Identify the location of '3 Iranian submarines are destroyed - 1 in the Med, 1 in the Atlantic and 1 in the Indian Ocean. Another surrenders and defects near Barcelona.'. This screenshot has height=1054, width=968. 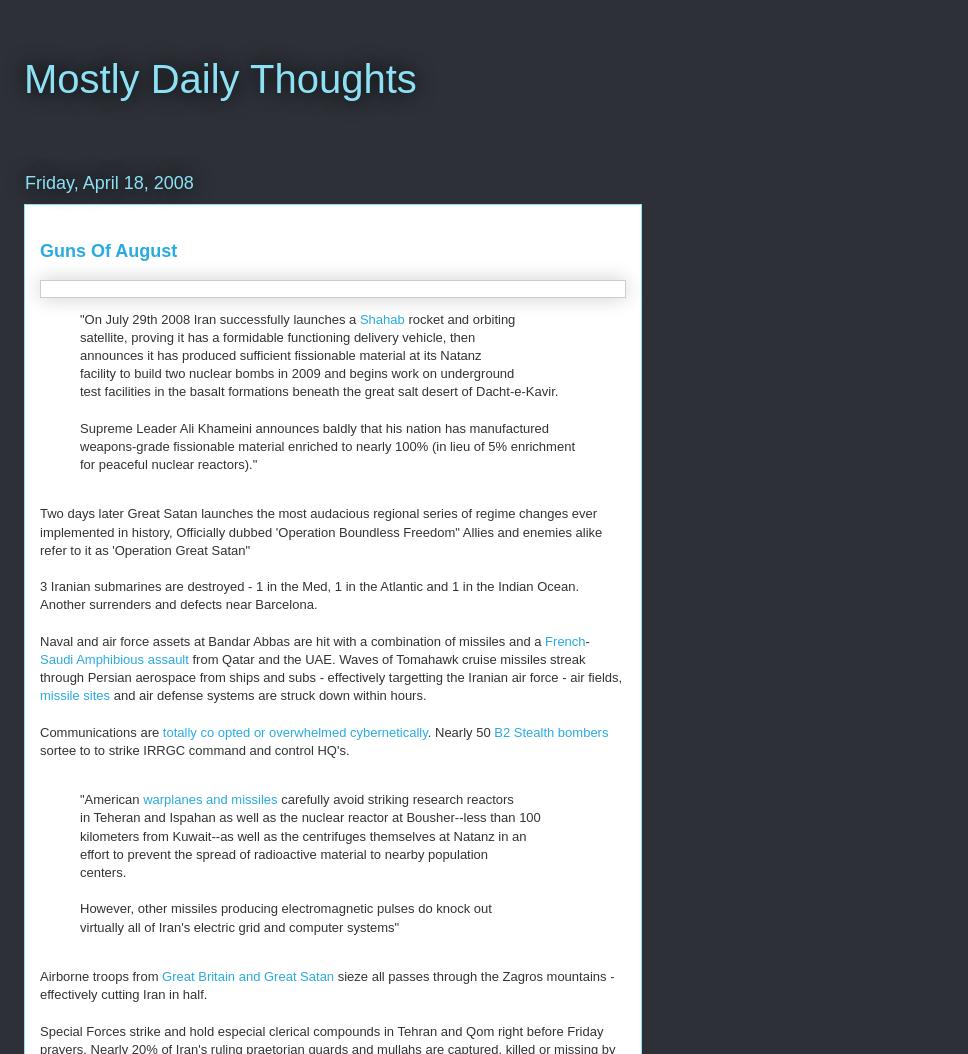
(308, 594).